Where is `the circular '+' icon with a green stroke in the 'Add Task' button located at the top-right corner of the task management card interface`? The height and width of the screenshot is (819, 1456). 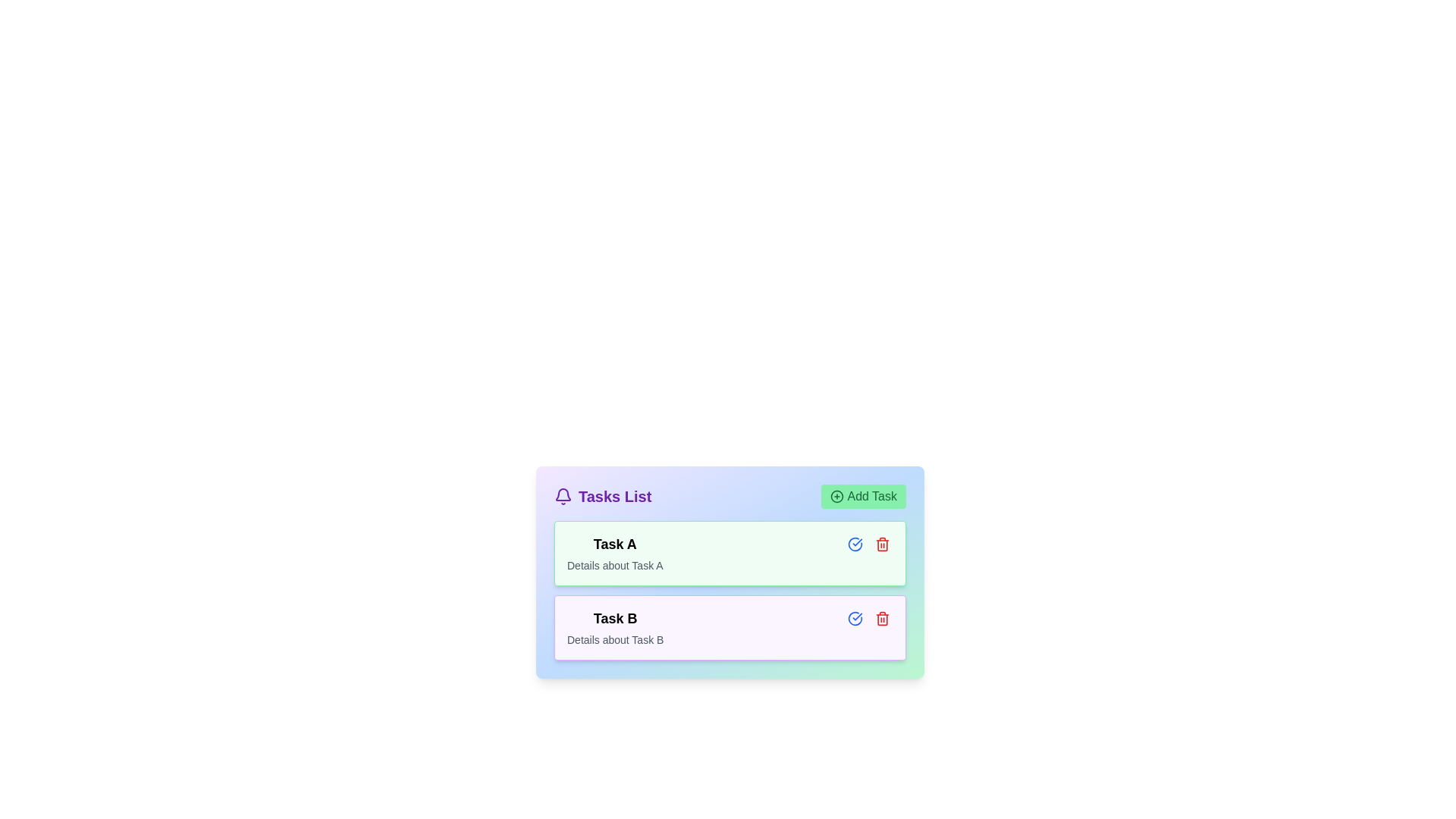 the circular '+' icon with a green stroke in the 'Add Task' button located at the top-right corner of the task management card interface is located at coordinates (836, 497).